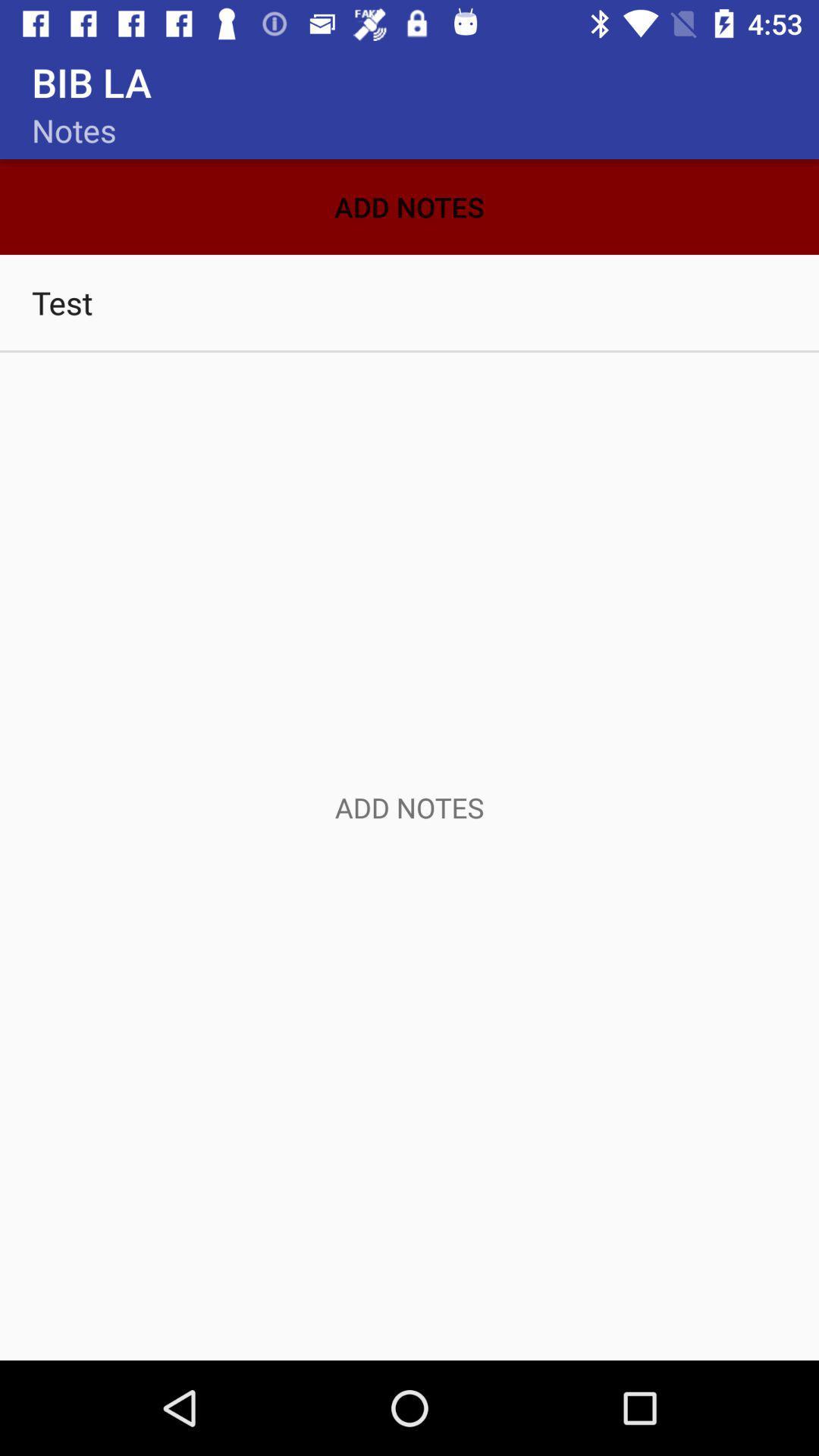 The width and height of the screenshot is (819, 1456). I want to click on test, so click(409, 302).